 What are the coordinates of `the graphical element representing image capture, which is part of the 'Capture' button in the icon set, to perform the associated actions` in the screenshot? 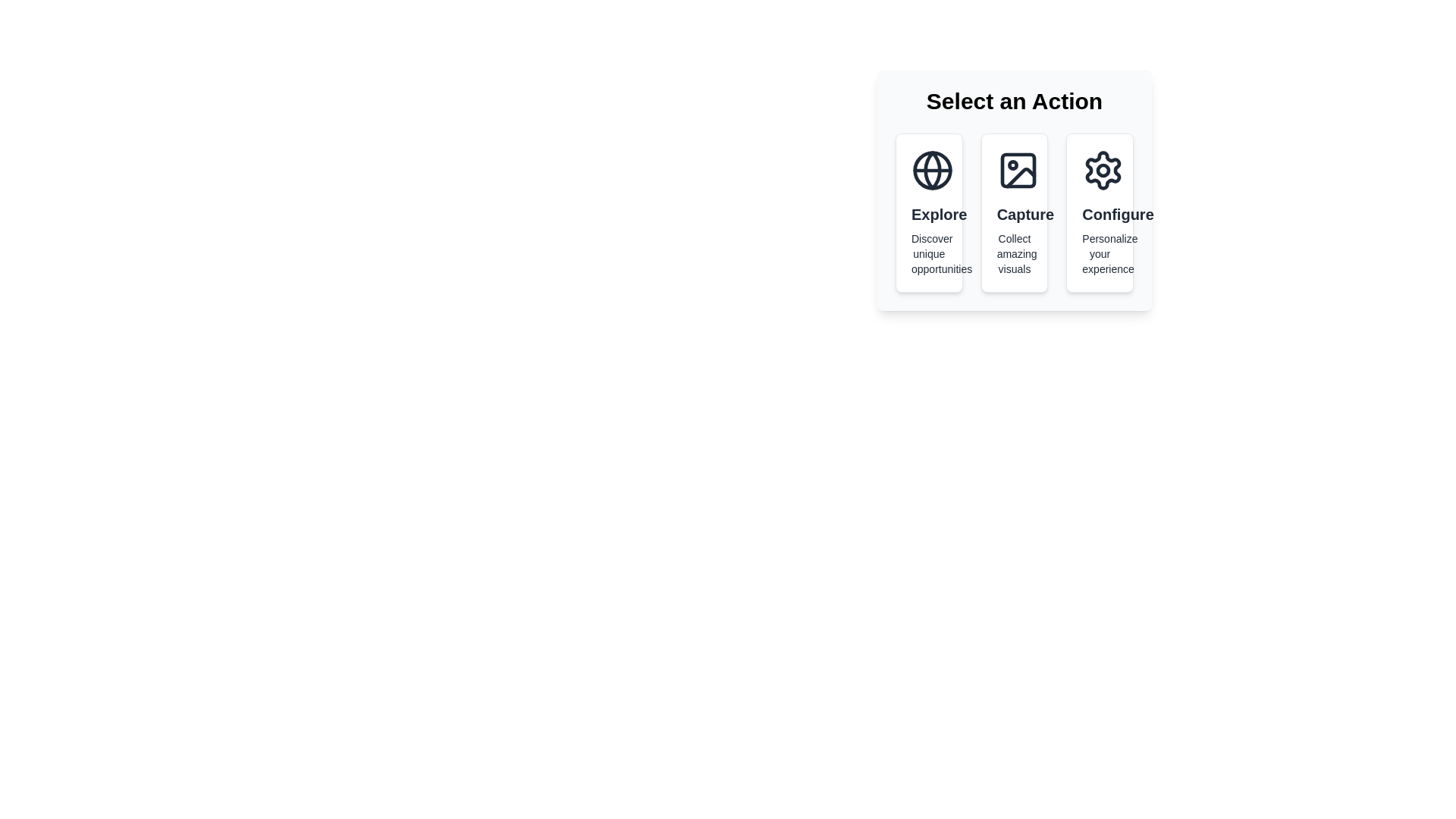 It's located at (1018, 170).